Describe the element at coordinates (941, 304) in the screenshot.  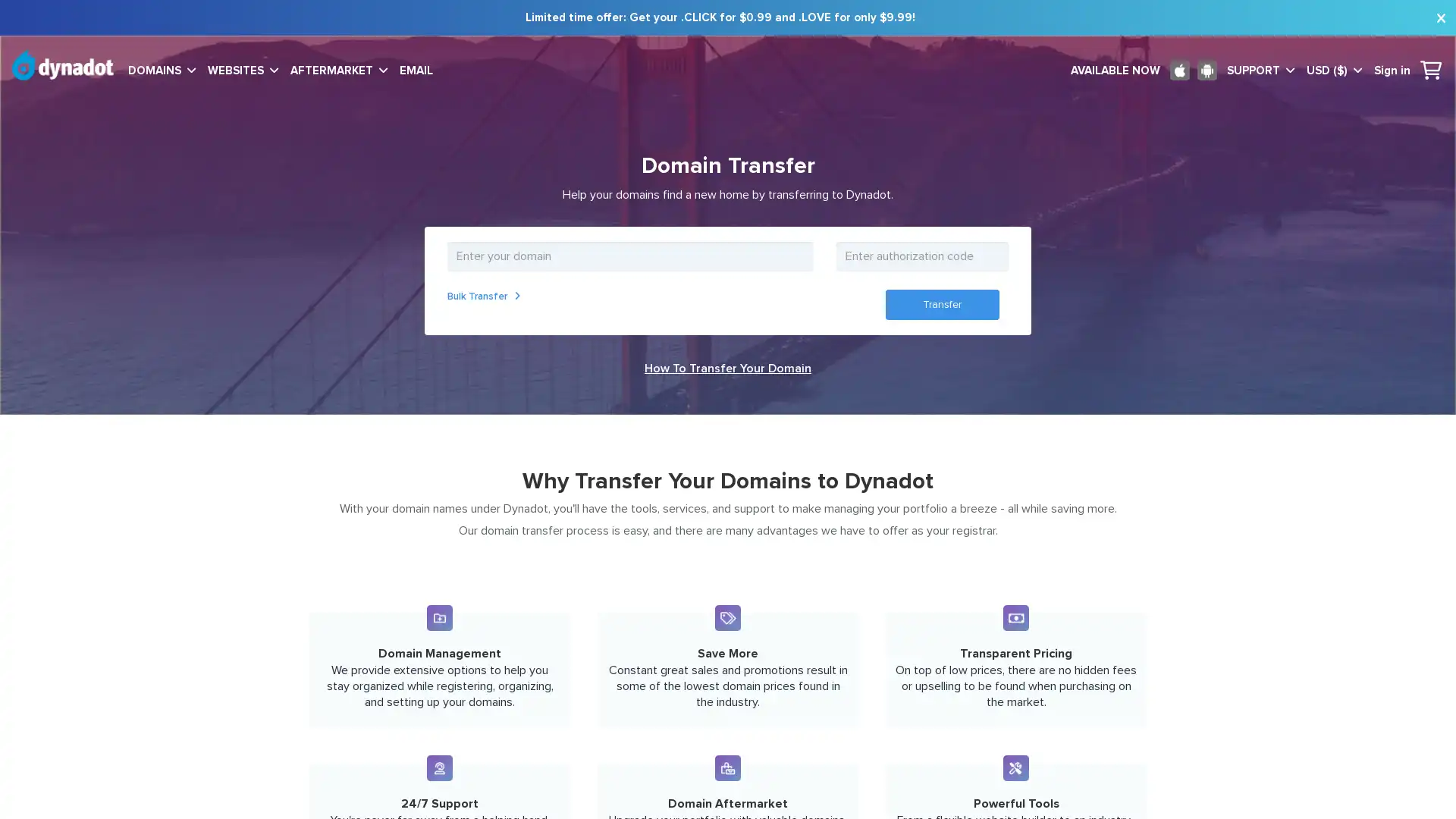
I see `Transfer` at that location.